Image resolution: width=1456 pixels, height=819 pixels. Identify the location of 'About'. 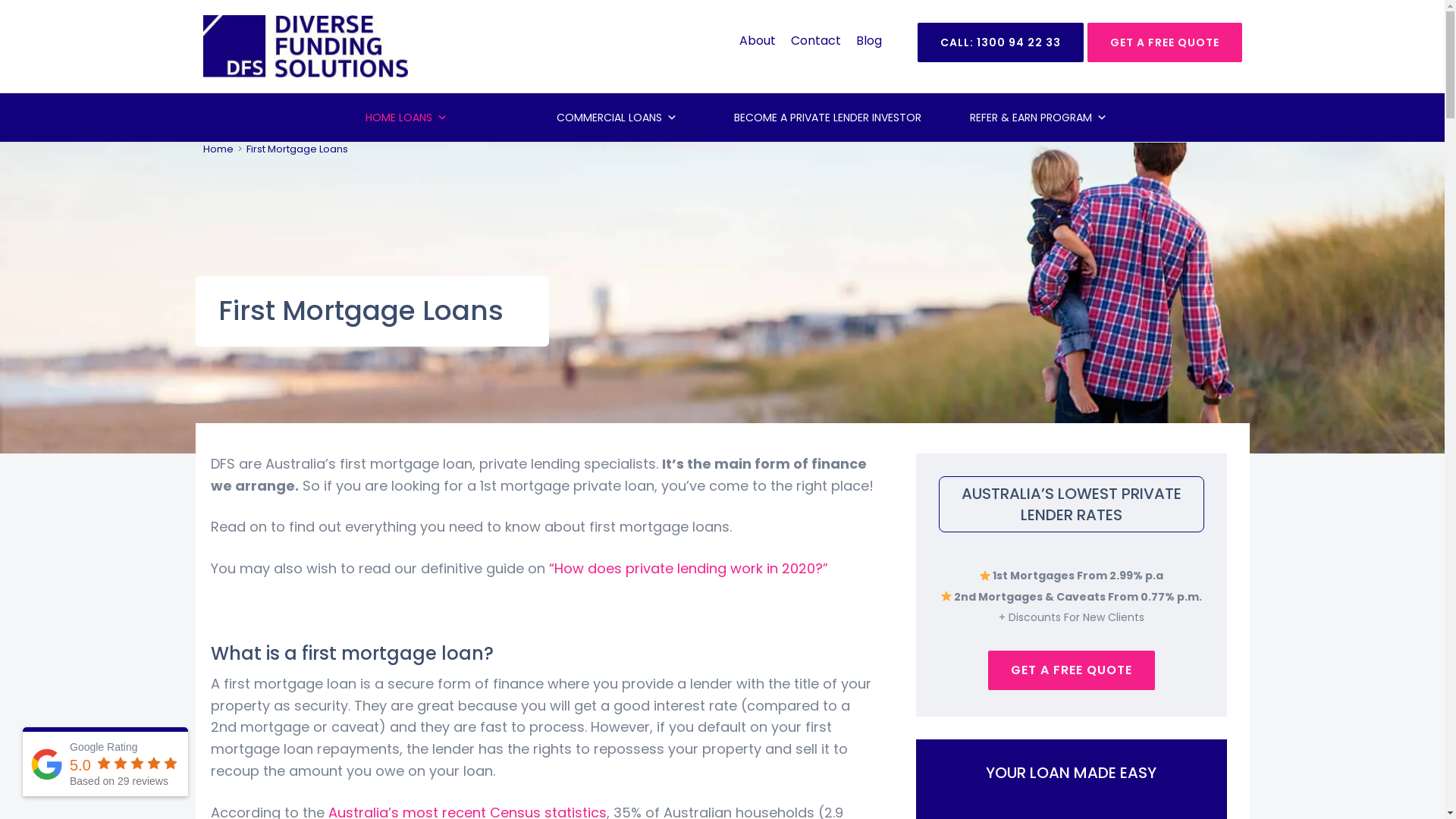
(757, 39).